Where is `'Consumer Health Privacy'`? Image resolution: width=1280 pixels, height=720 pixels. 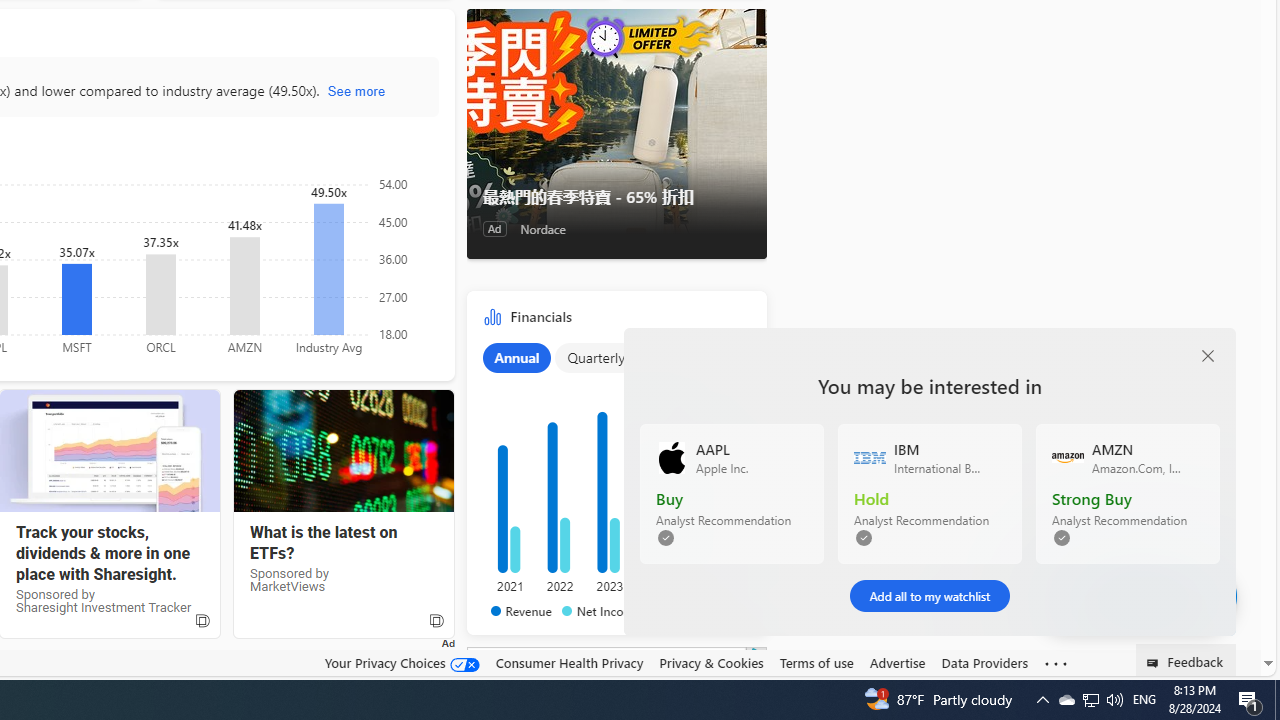 'Consumer Health Privacy' is located at coordinates (568, 663).